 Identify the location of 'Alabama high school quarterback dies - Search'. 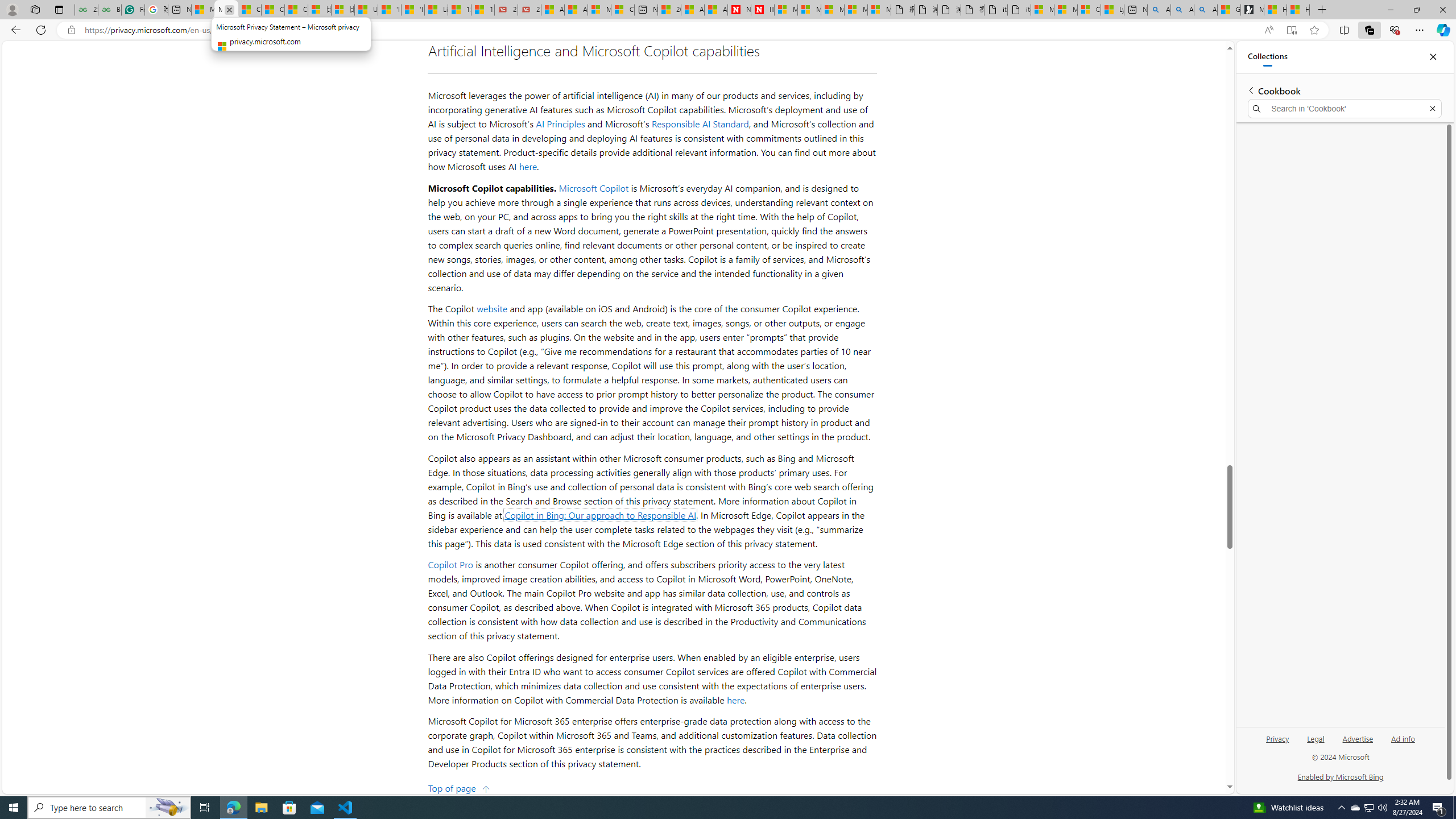
(1159, 9).